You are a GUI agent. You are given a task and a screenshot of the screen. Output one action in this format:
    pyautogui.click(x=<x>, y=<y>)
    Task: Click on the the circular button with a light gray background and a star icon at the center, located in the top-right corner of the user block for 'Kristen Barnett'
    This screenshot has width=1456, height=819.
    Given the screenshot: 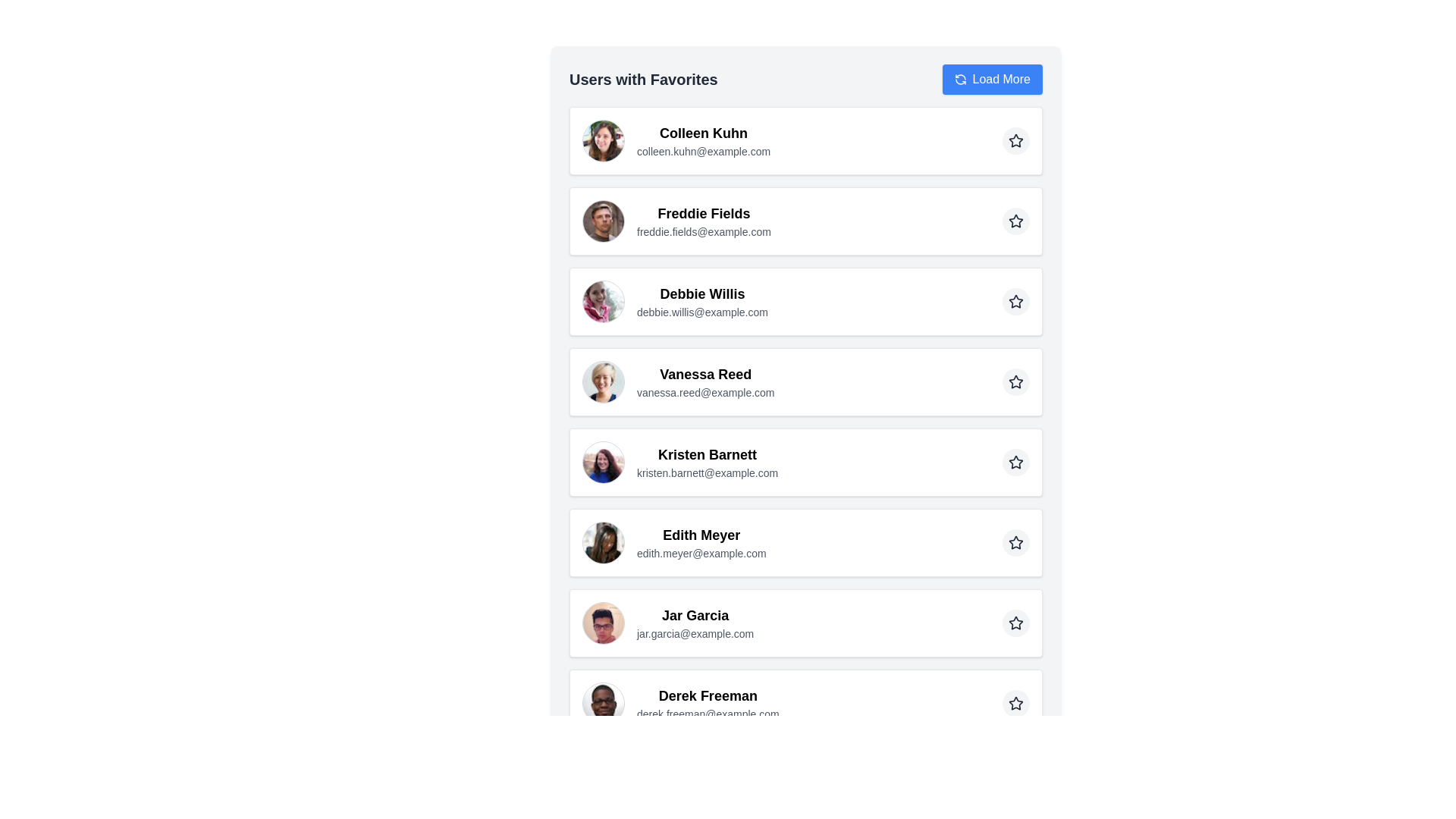 What is the action you would take?
    pyautogui.click(x=1015, y=461)
    